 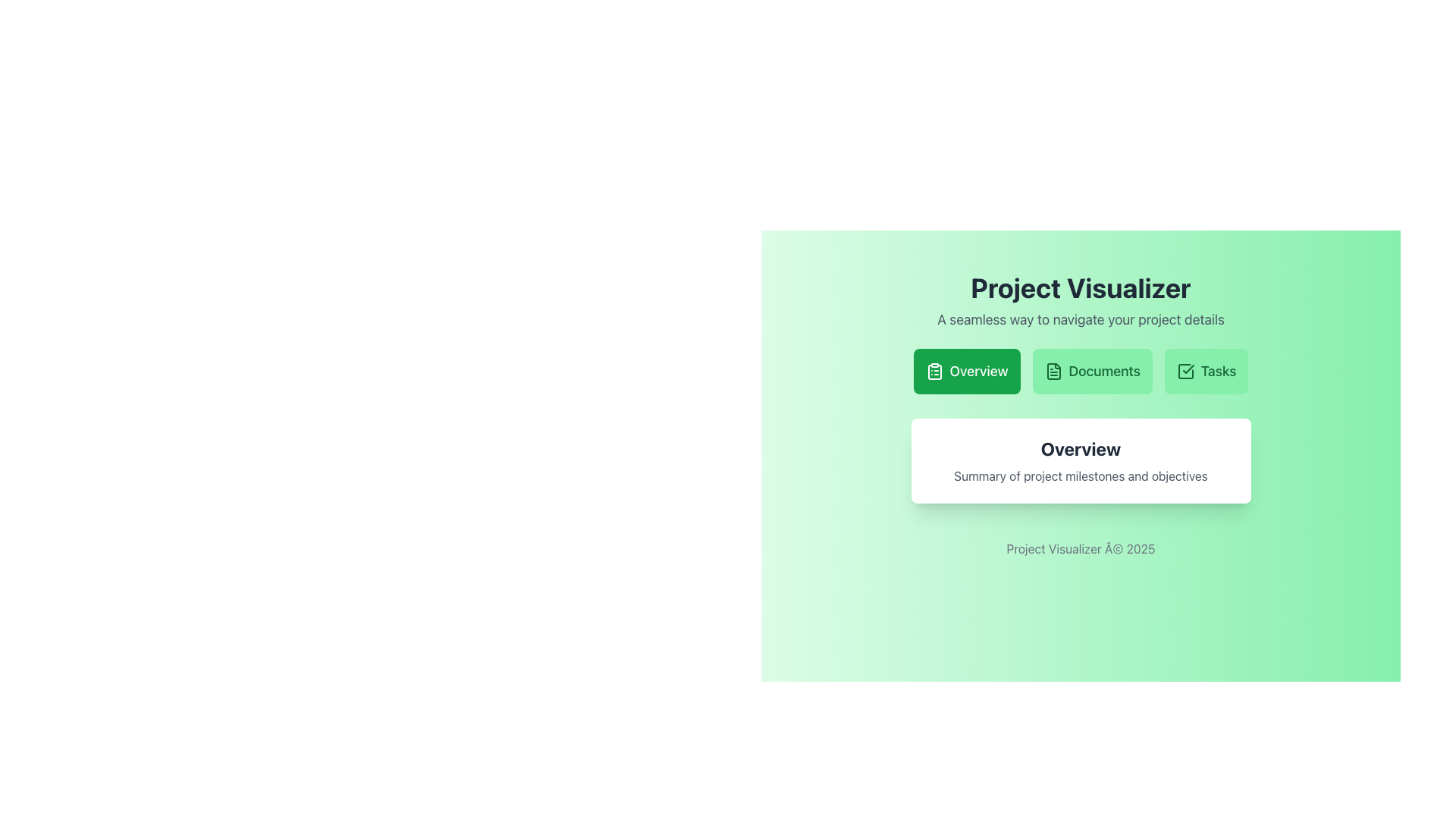 What do you see at coordinates (1205, 371) in the screenshot?
I see `the green 'Tasks' button with rounded corners and a checkmark icon` at bounding box center [1205, 371].